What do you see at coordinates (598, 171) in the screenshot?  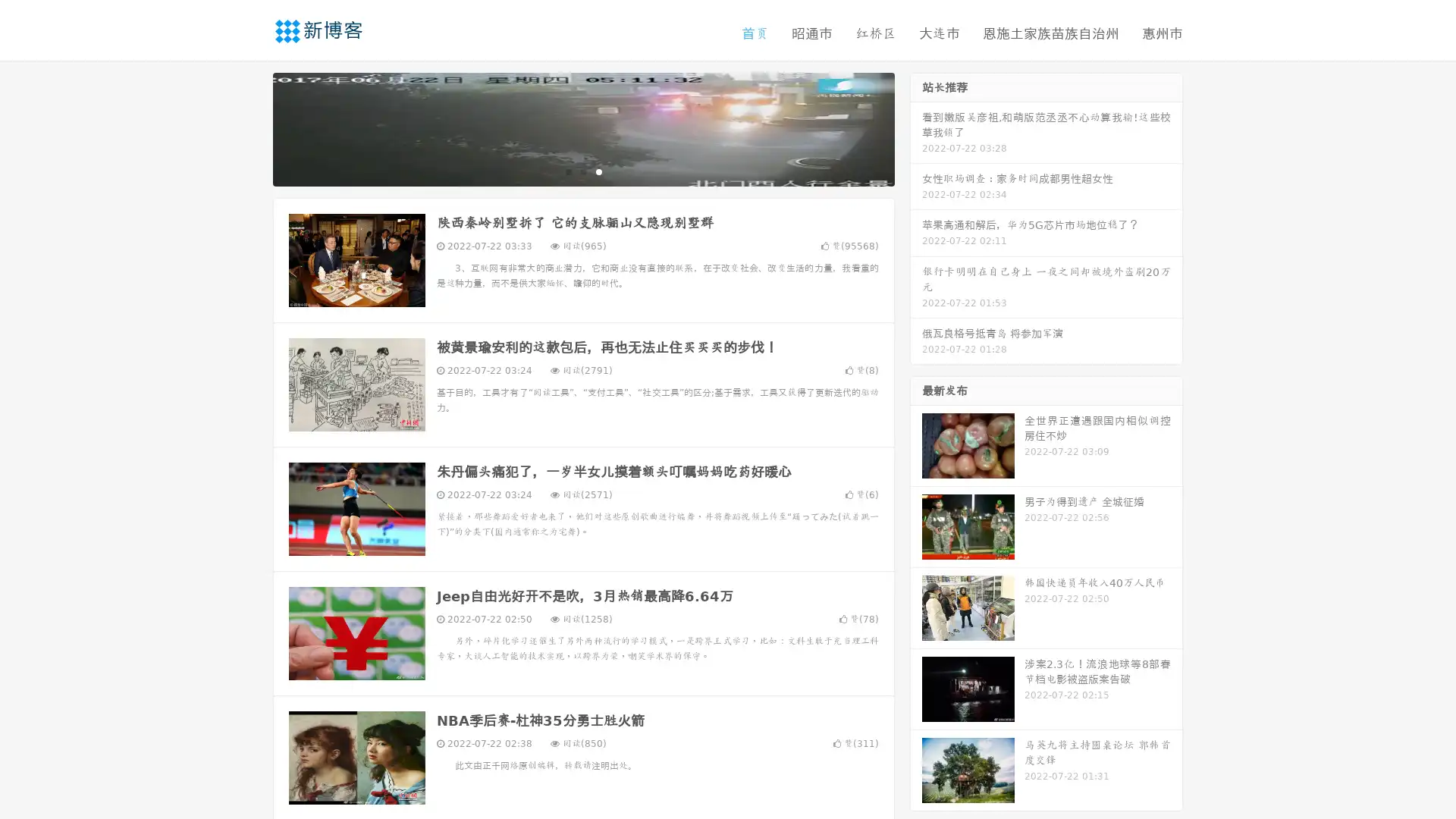 I see `Go to slide 3` at bounding box center [598, 171].